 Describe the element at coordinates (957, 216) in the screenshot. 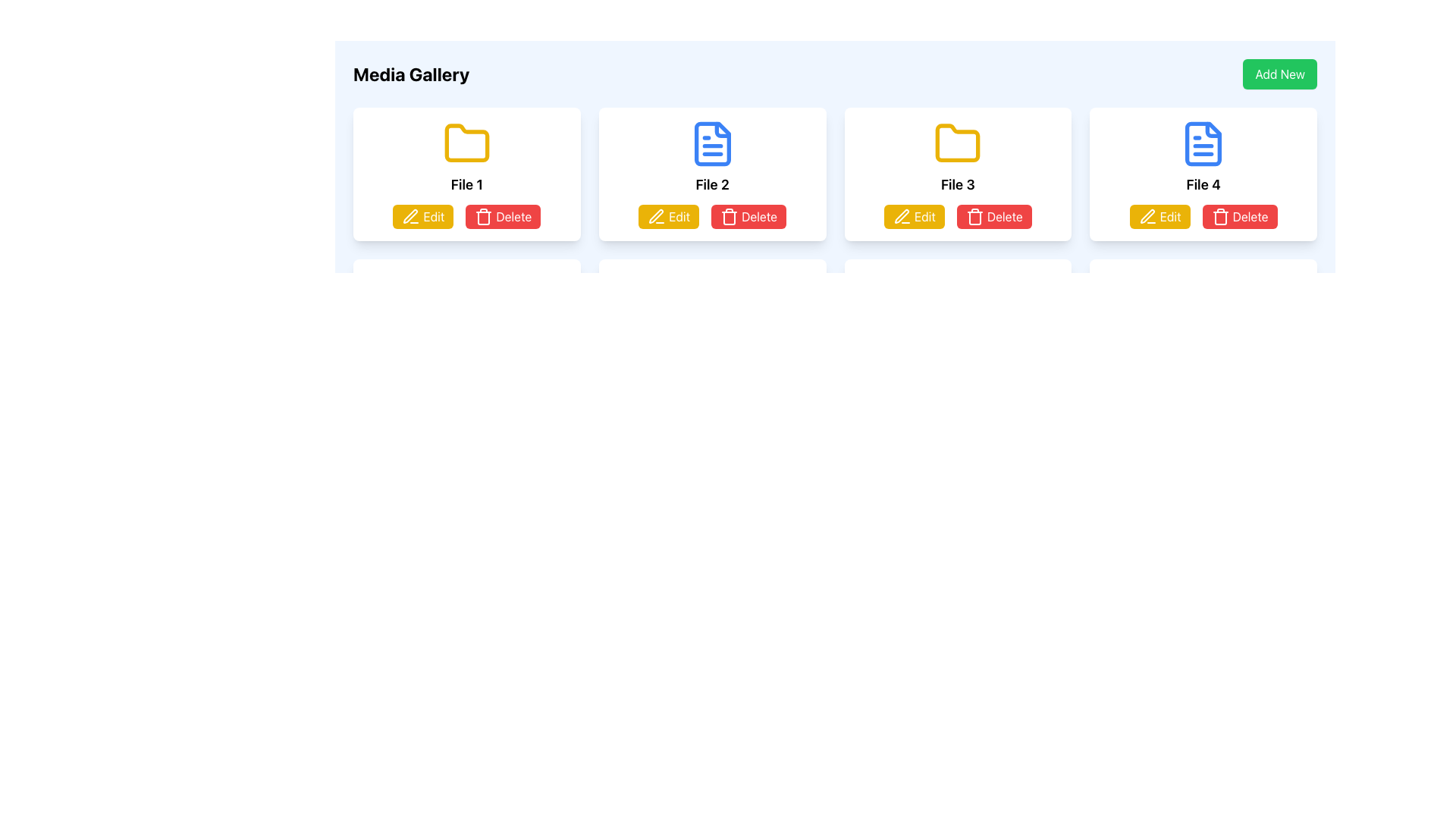

I see `the buttons in the 'File 3' section` at that location.